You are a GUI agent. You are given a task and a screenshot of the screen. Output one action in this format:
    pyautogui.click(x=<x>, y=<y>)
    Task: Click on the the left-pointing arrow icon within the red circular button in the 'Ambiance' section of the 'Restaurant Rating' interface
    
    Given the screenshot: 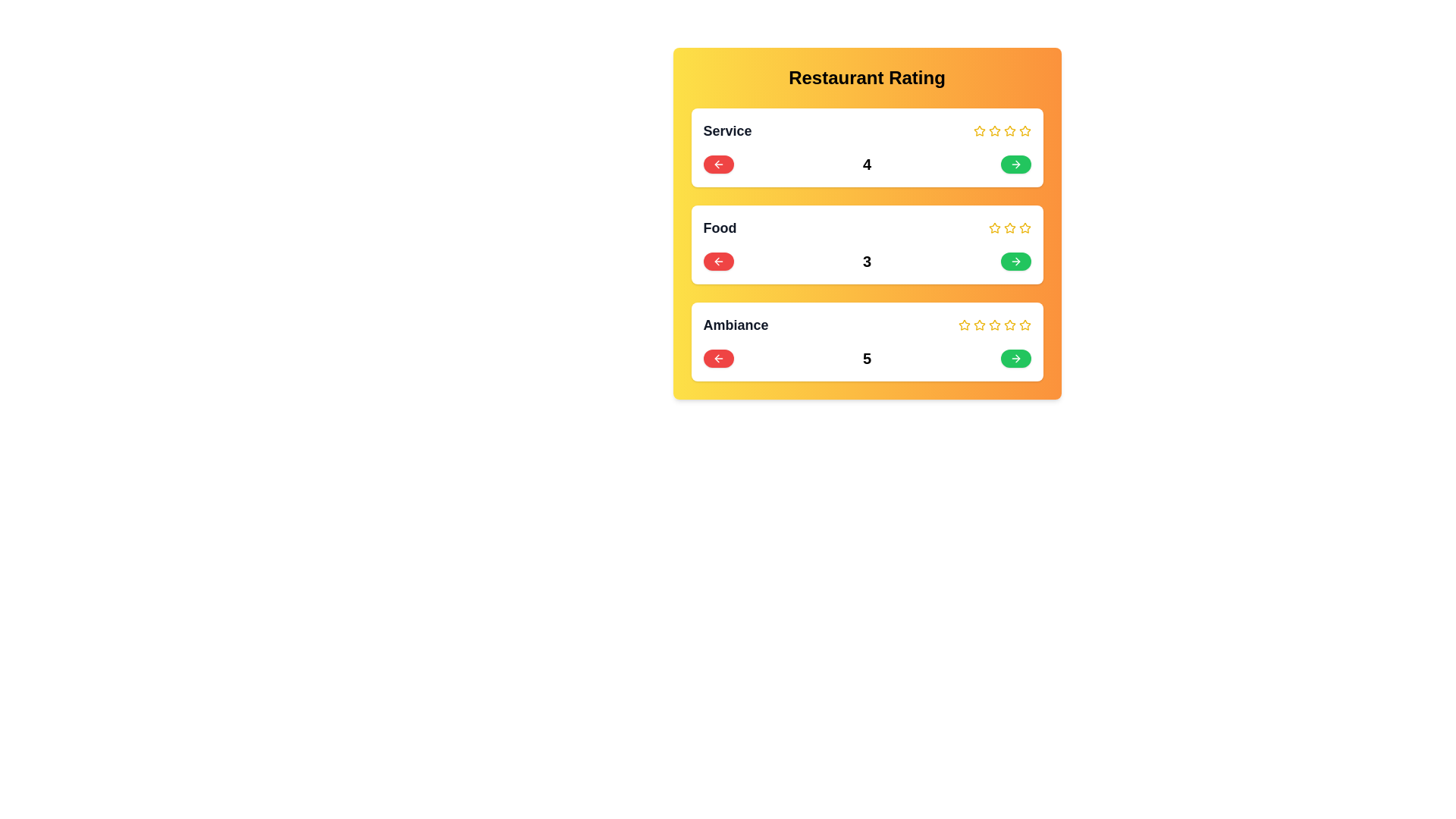 What is the action you would take?
    pyautogui.click(x=717, y=359)
    